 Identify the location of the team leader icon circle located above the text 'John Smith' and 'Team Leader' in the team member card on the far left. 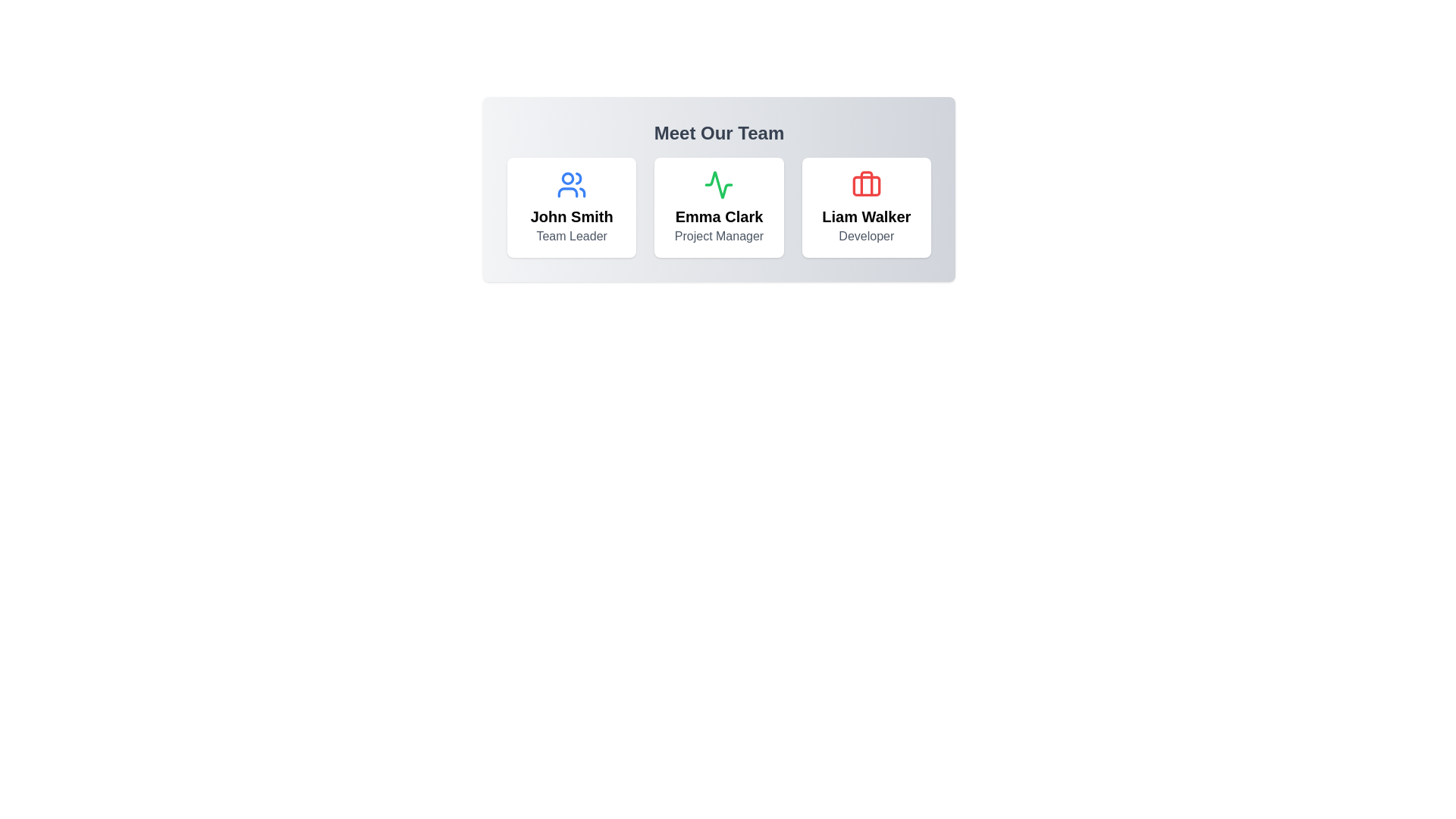
(567, 177).